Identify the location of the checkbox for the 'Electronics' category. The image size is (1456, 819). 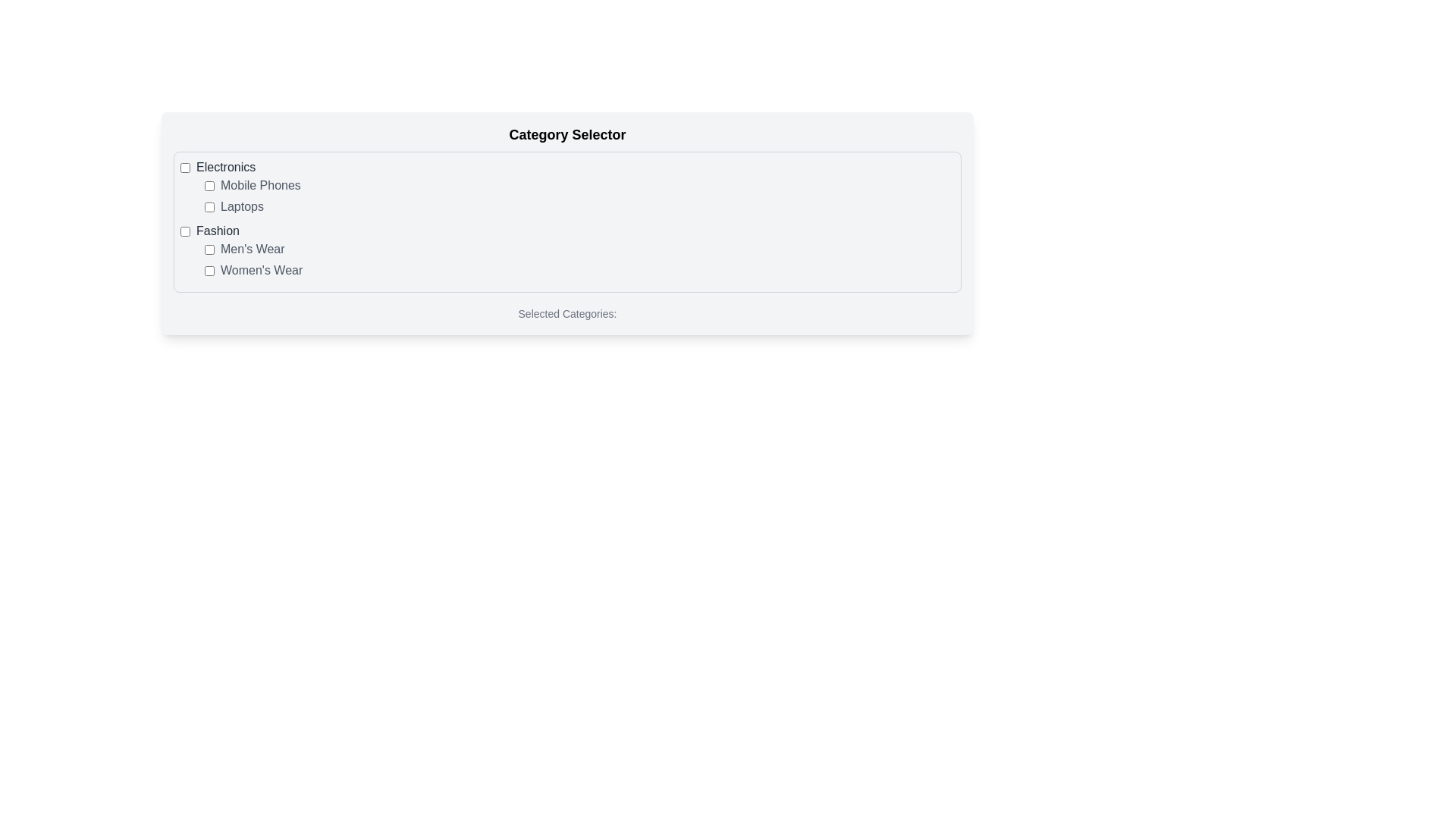
(184, 167).